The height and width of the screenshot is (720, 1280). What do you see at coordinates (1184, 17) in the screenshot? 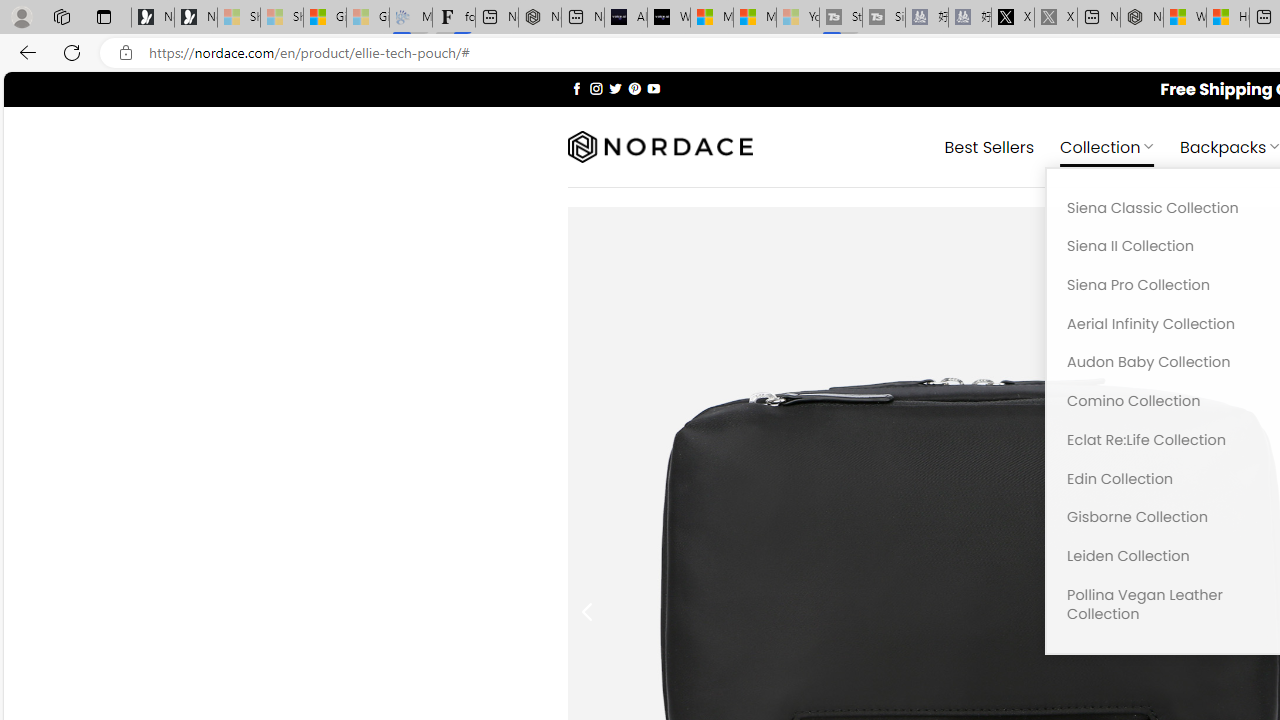
I see `'Wildlife - MSN'` at bounding box center [1184, 17].